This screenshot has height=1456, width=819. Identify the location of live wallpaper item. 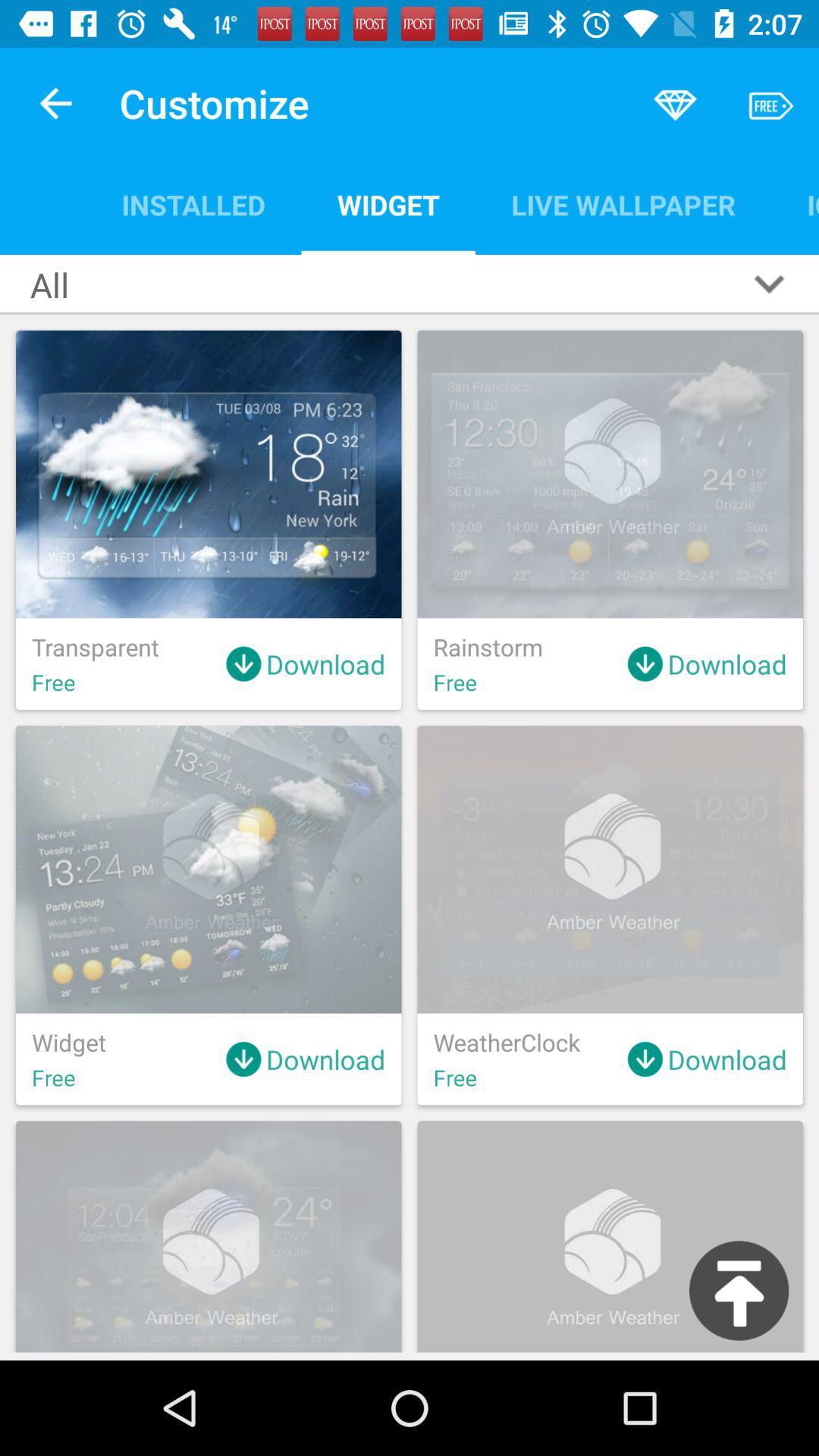
(623, 204).